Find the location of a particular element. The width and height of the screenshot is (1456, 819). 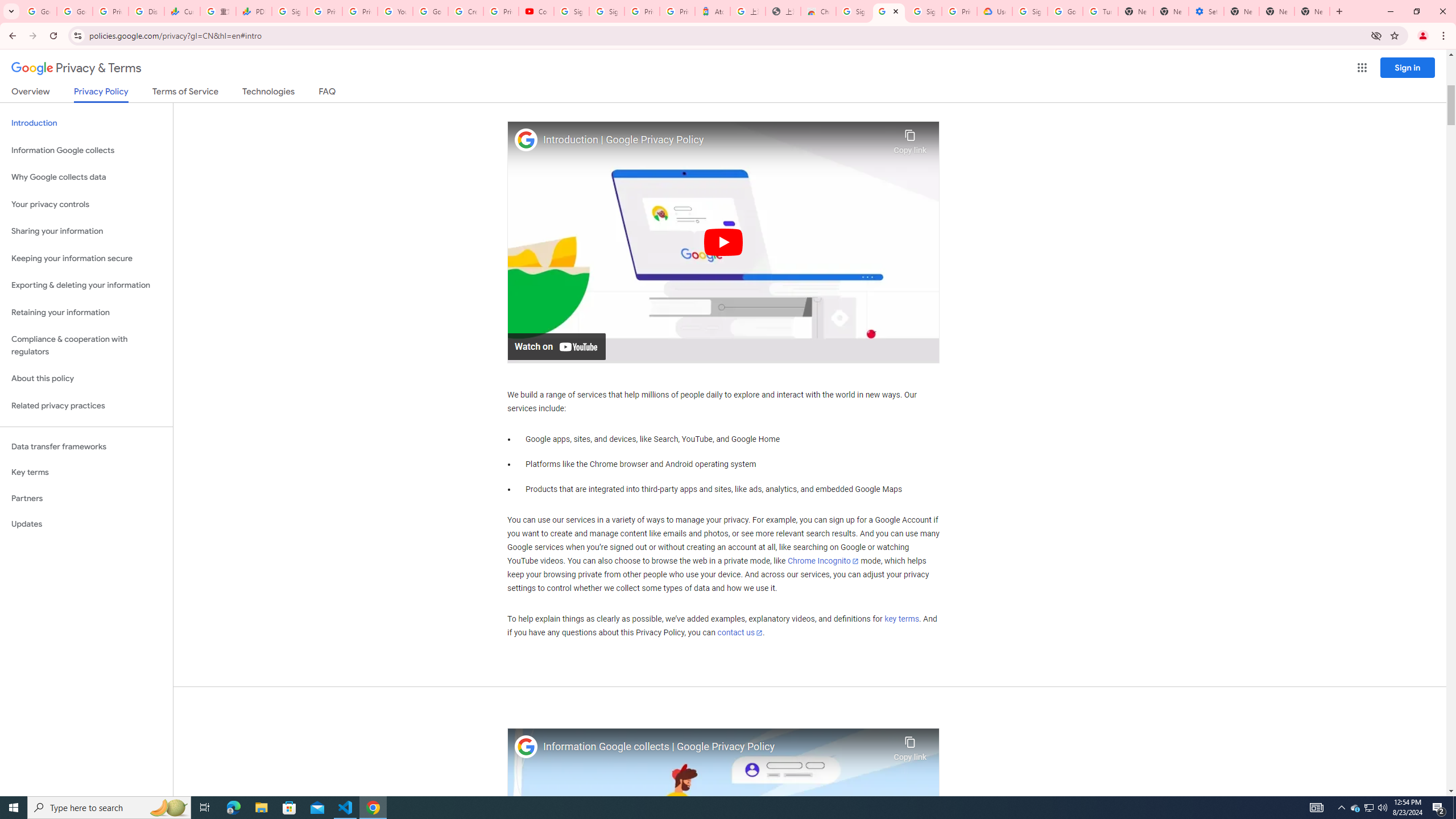

'Data transfer frameworks' is located at coordinates (86, 446).